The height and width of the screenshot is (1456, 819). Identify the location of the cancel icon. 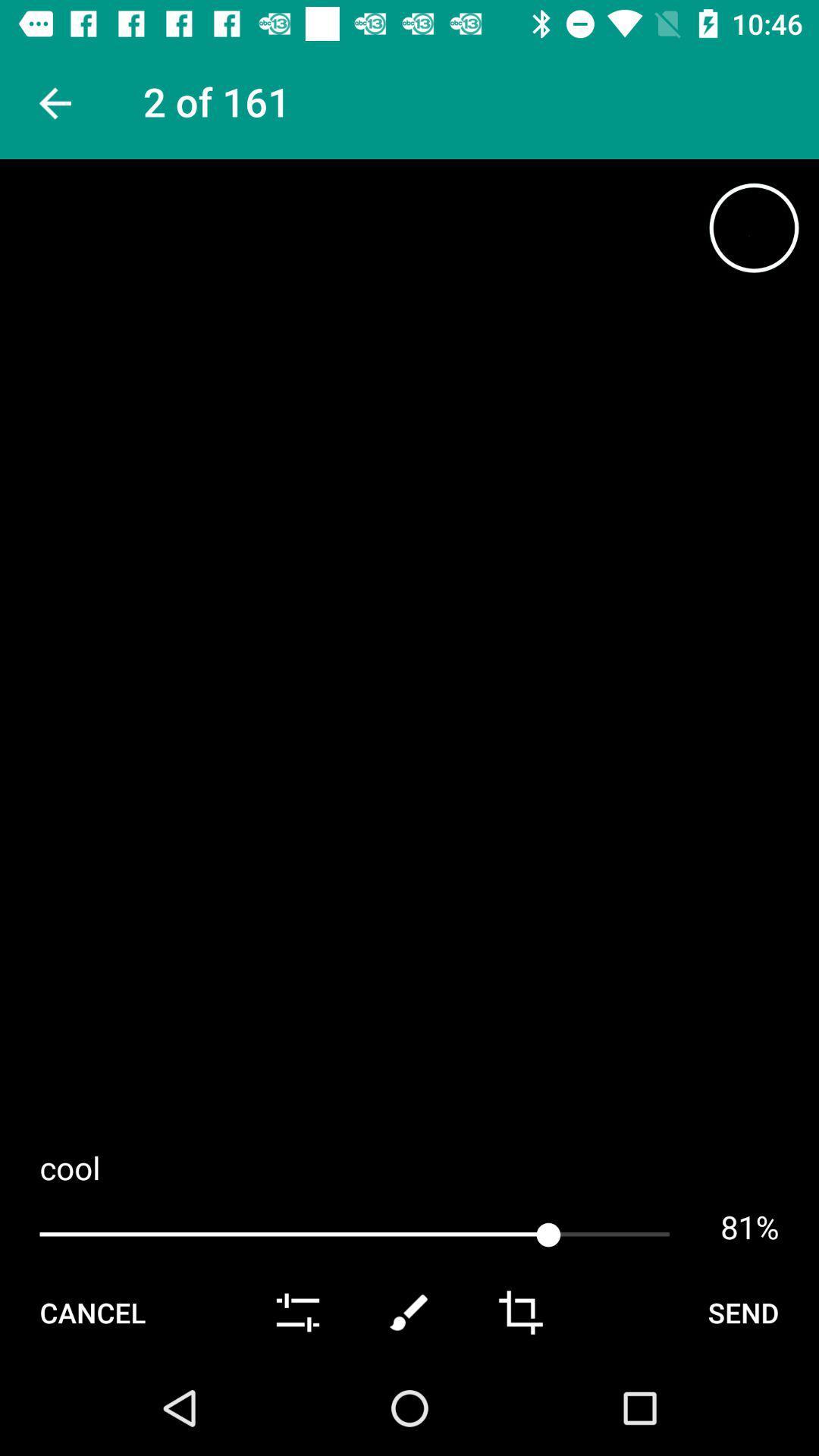
(93, 1312).